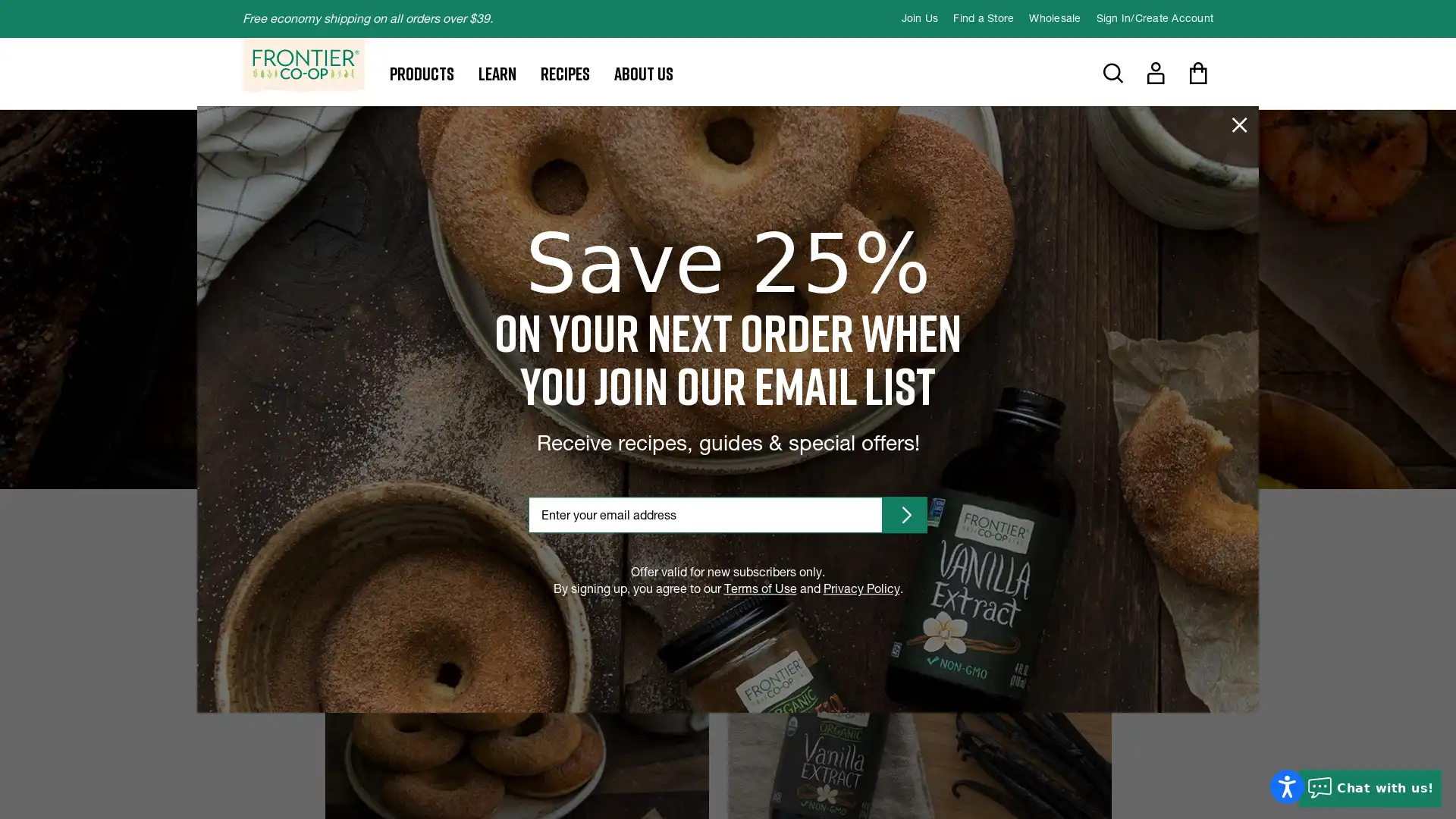  What do you see at coordinates (905, 513) in the screenshot?
I see `ltkpopup-arrow-btn` at bounding box center [905, 513].